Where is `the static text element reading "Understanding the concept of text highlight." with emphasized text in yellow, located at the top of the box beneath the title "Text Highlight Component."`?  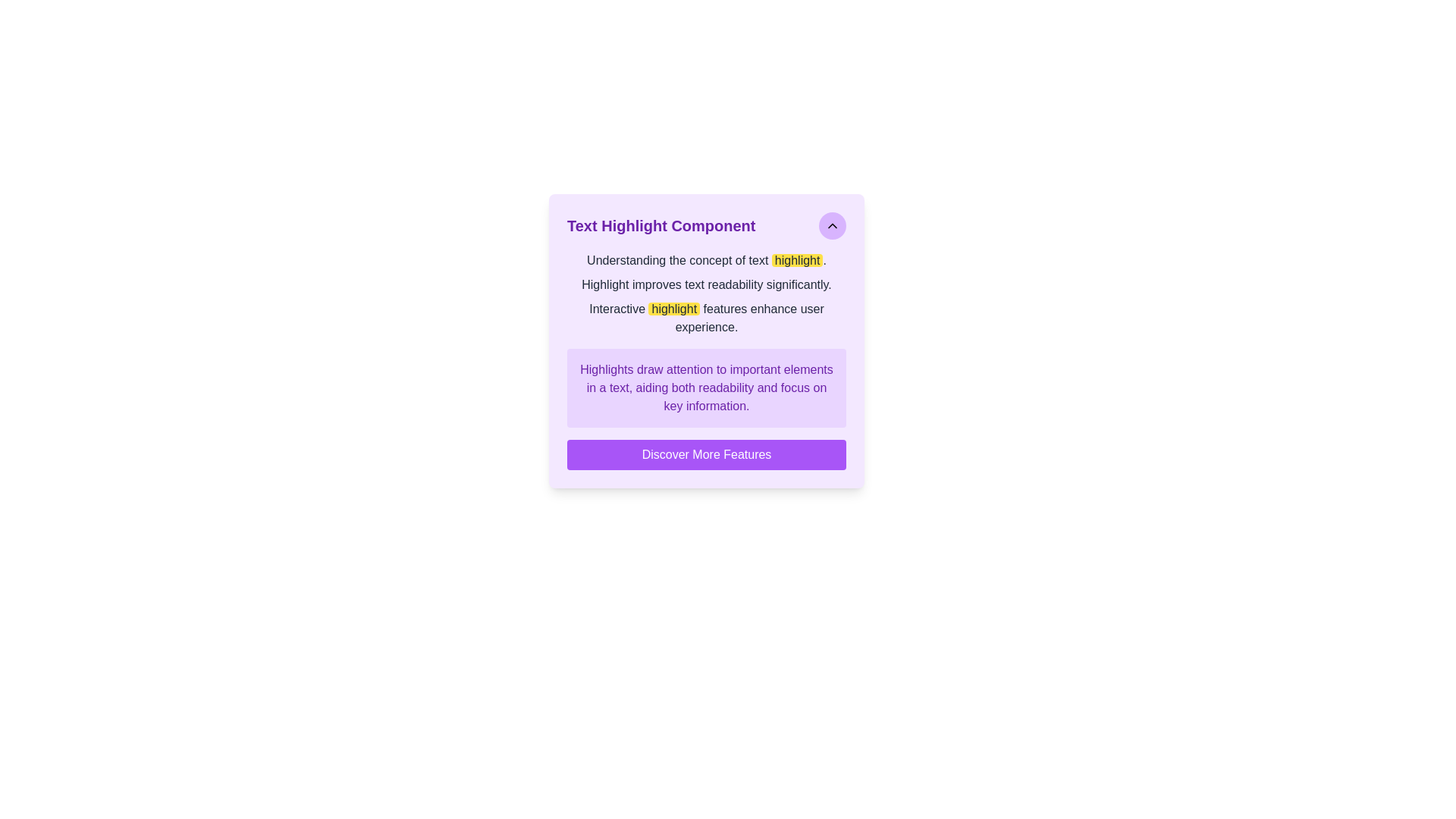 the static text element reading "Understanding the concept of text highlight." with emphasized text in yellow, located at the top of the box beneath the title "Text Highlight Component." is located at coordinates (705, 259).